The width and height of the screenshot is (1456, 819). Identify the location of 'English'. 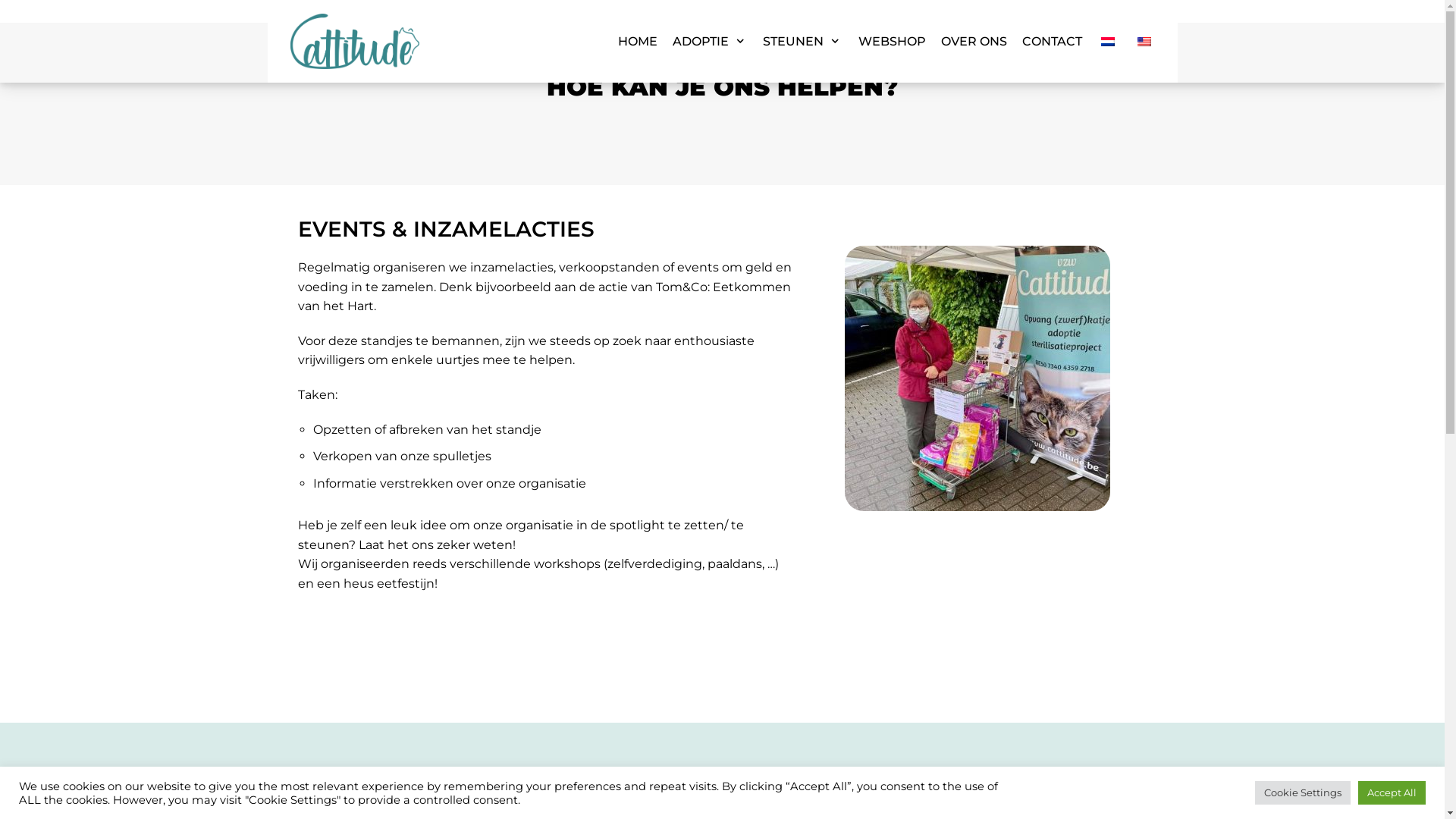
(1144, 40).